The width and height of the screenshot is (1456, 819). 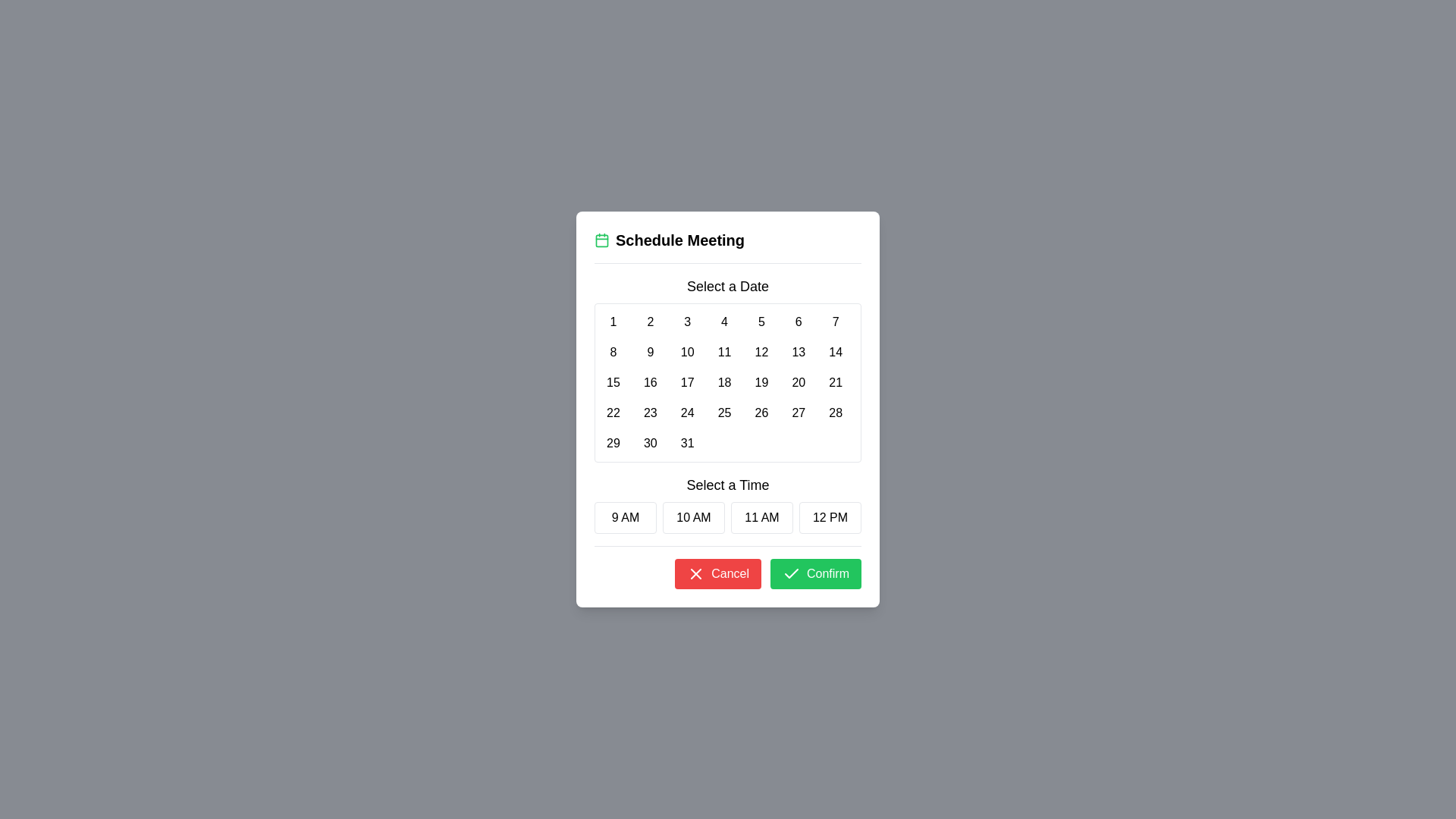 What do you see at coordinates (761, 382) in the screenshot?
I see `the date selection button displaying '19' in the calendar interface` at bounding box center [761, 382].